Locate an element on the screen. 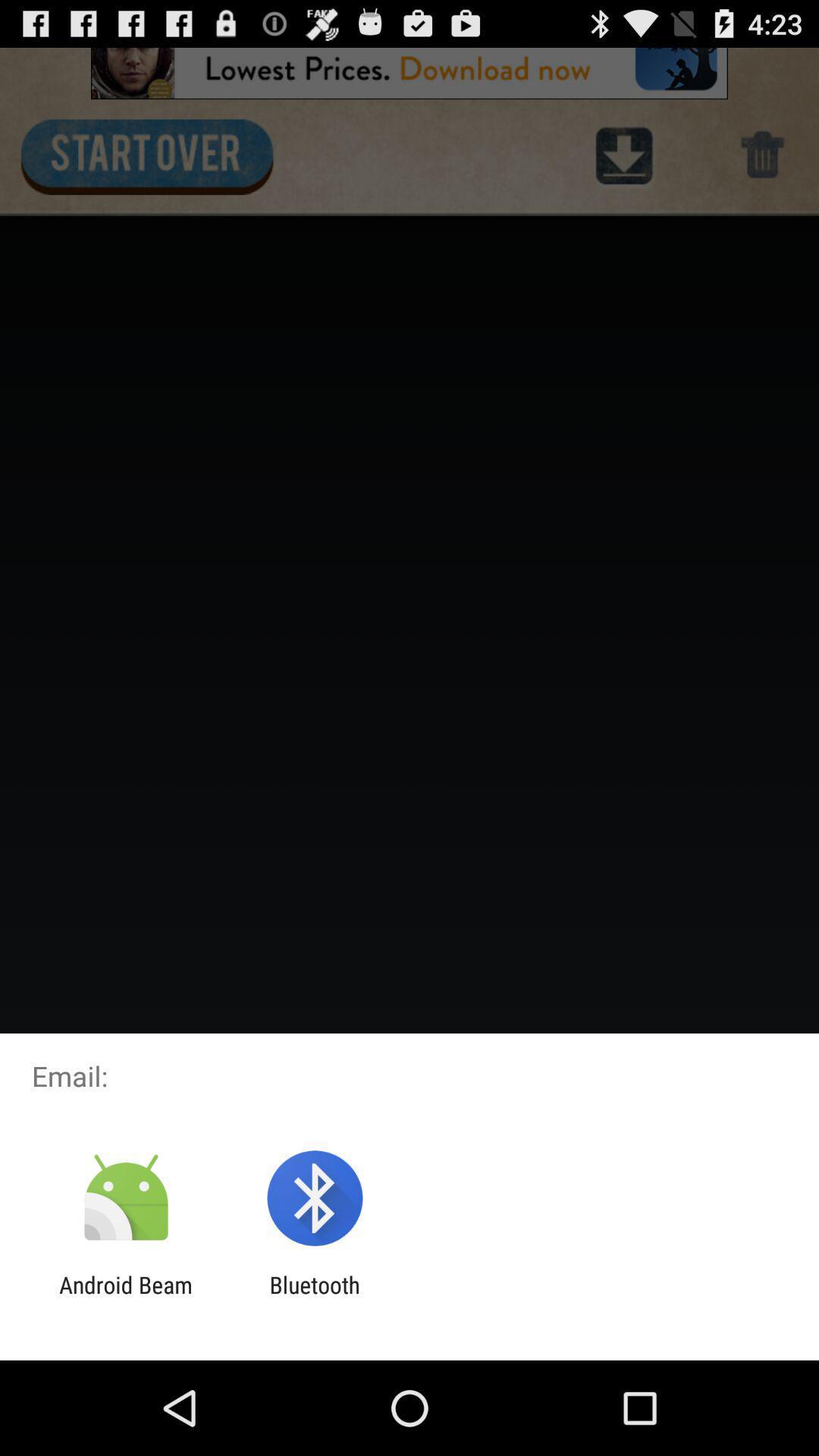 The height and width of the screenshot is (1456, 819). icon next to bluetooth is located at coordinates (125, 1298).